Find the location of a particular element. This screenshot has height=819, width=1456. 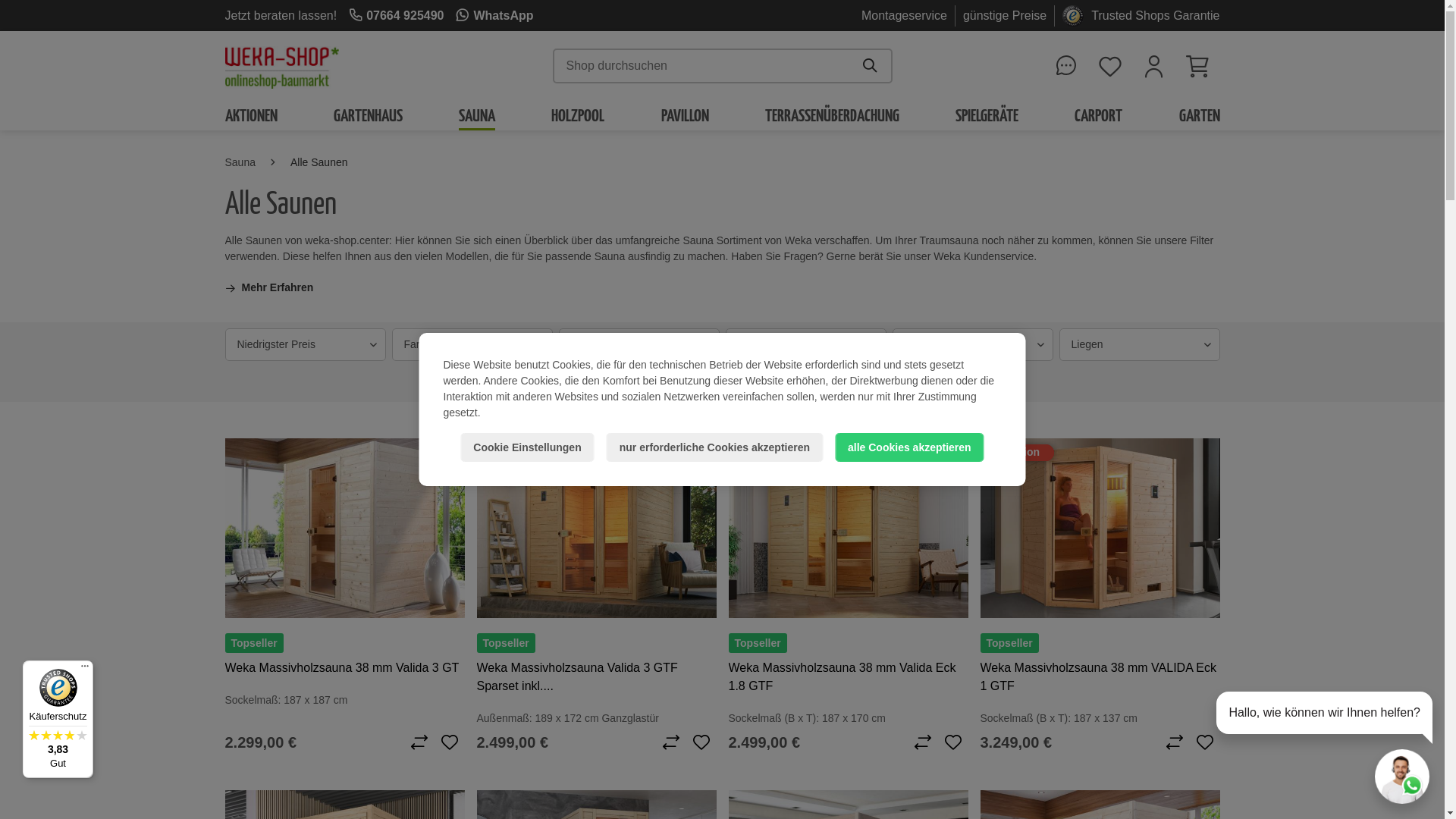

'alle Cookies akzeptieren' is located at coordinates (833, 447).